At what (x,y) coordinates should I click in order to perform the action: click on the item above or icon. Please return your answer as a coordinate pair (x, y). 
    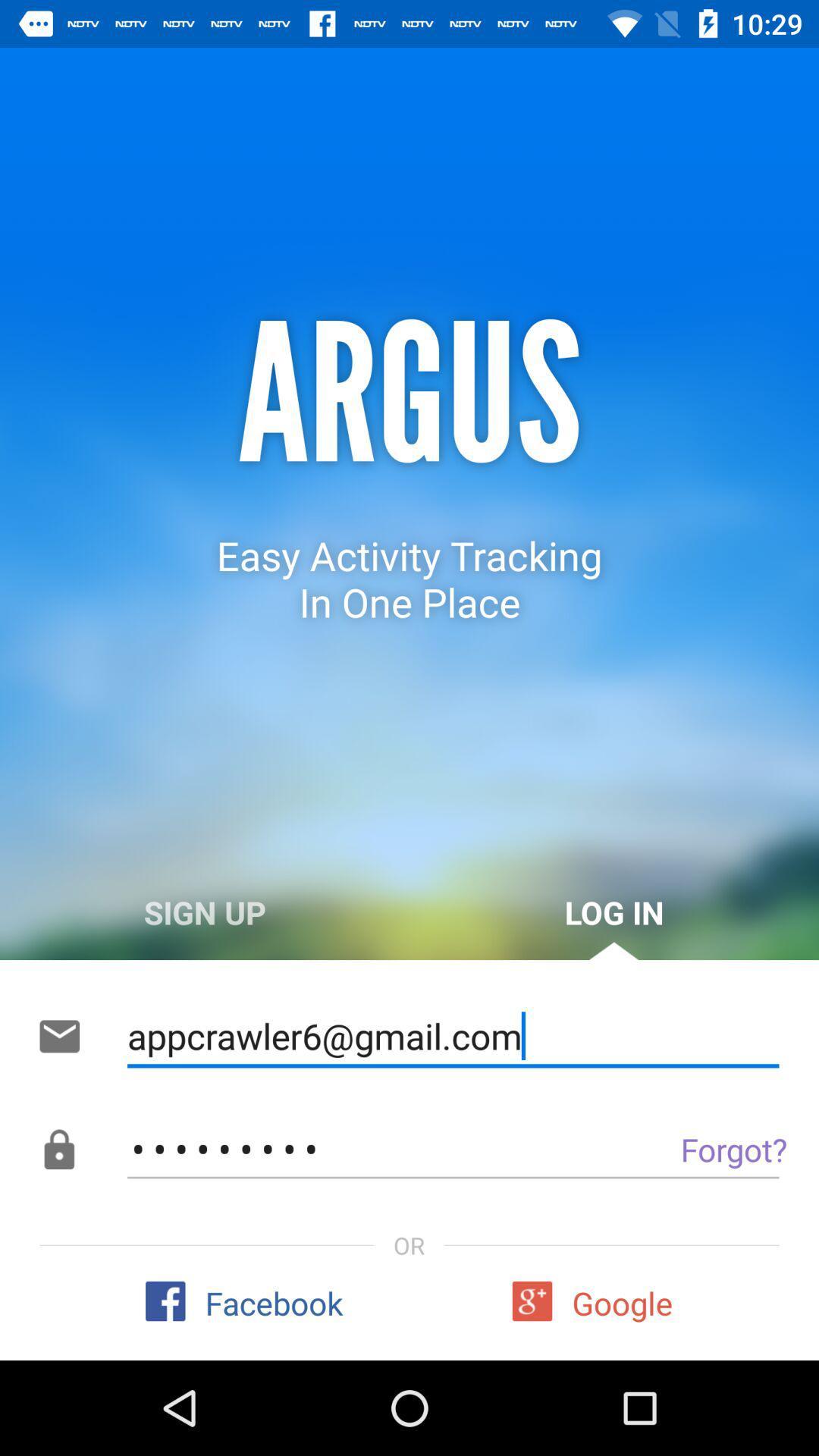
    Looking at the image, I should click on (452, 1149).